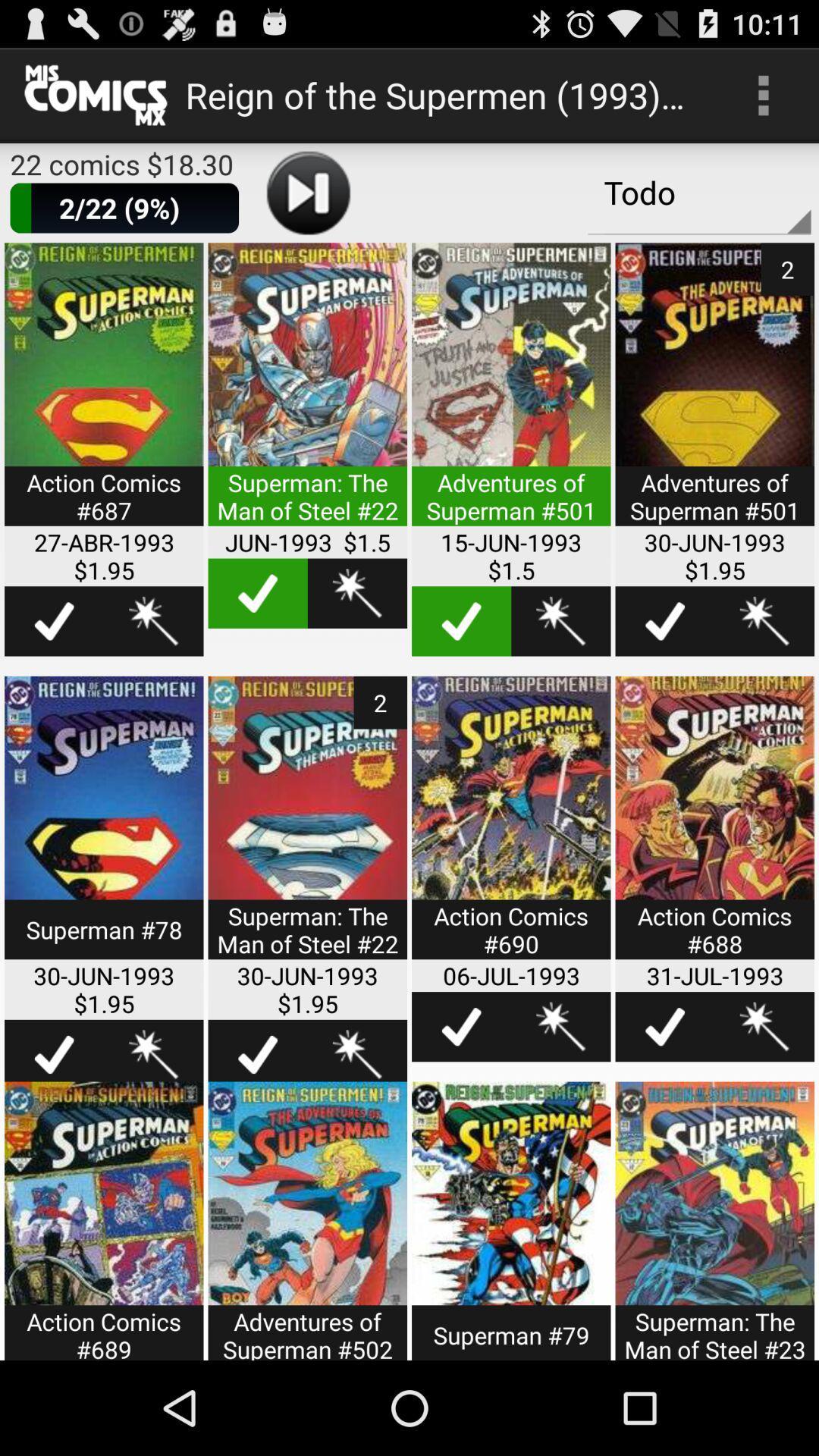 This screenshot has width=819, height=1456. I want to click on check, so click(460, 621).